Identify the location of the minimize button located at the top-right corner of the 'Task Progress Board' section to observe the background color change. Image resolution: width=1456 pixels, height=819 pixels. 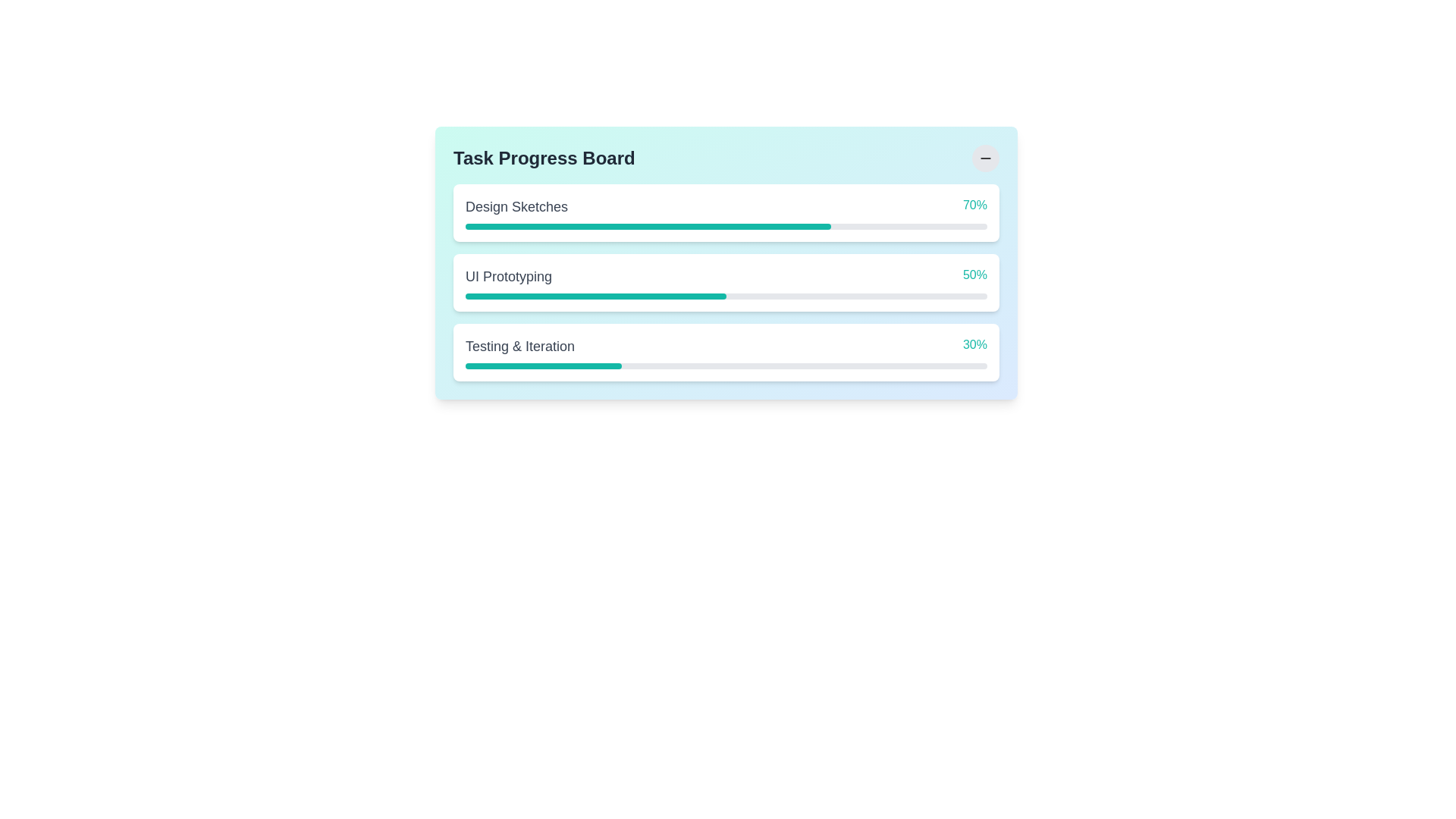
(986, 158).